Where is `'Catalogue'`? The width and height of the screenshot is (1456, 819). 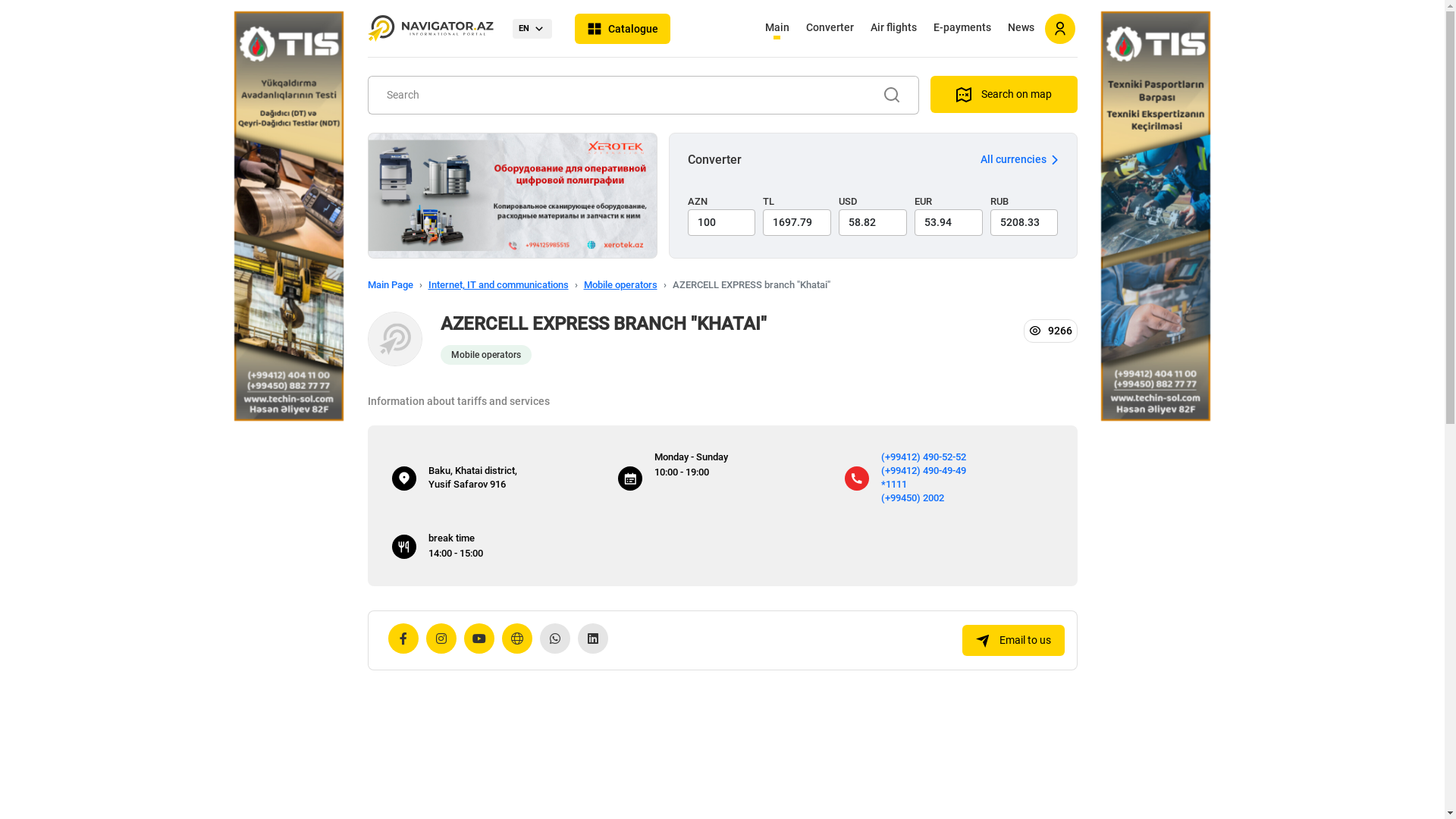 'Catalogue' is located at coordinates (622, 29).